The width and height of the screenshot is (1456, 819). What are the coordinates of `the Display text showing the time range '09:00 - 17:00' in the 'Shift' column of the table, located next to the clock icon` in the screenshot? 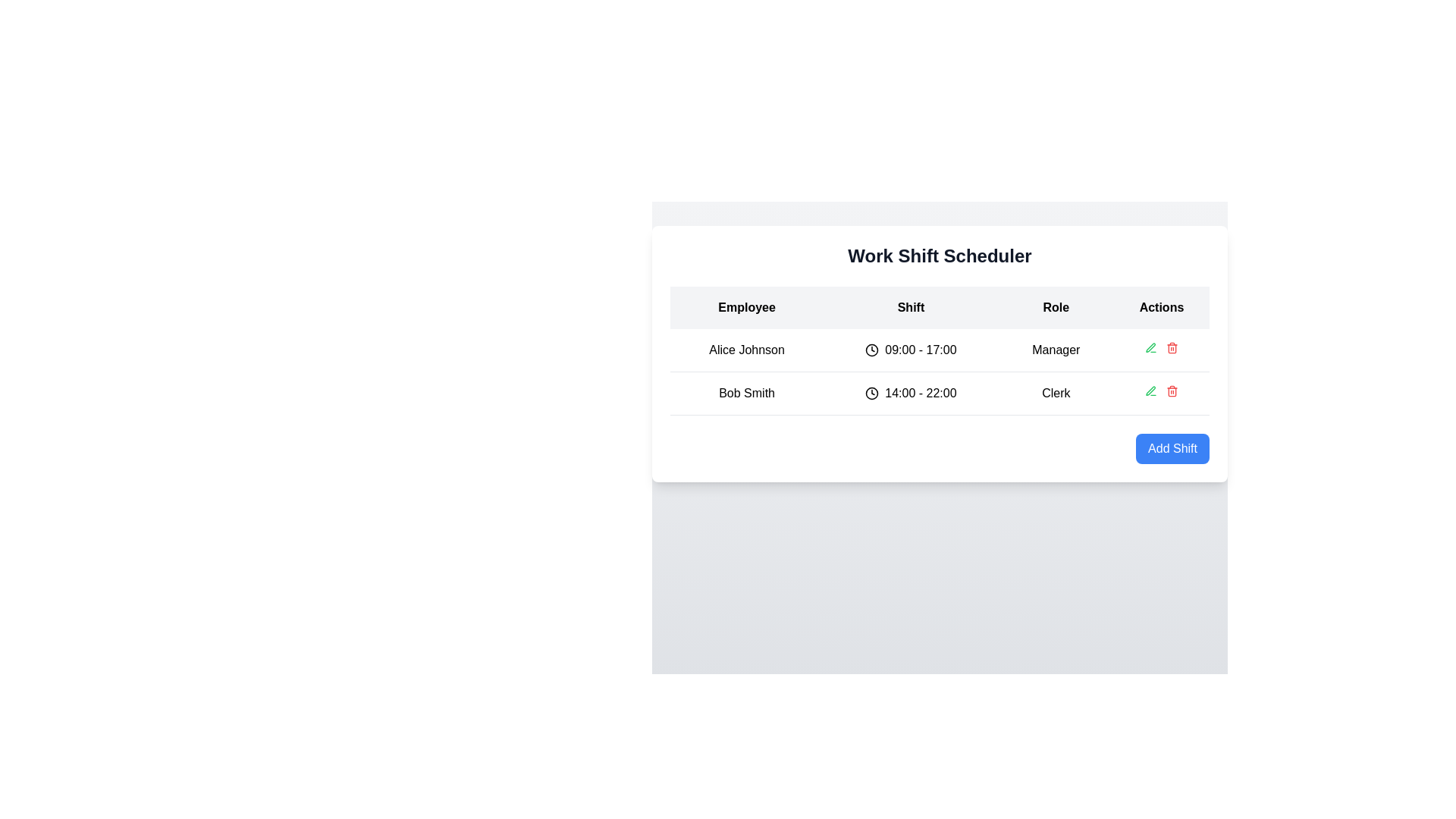 It's located at (920, 350).